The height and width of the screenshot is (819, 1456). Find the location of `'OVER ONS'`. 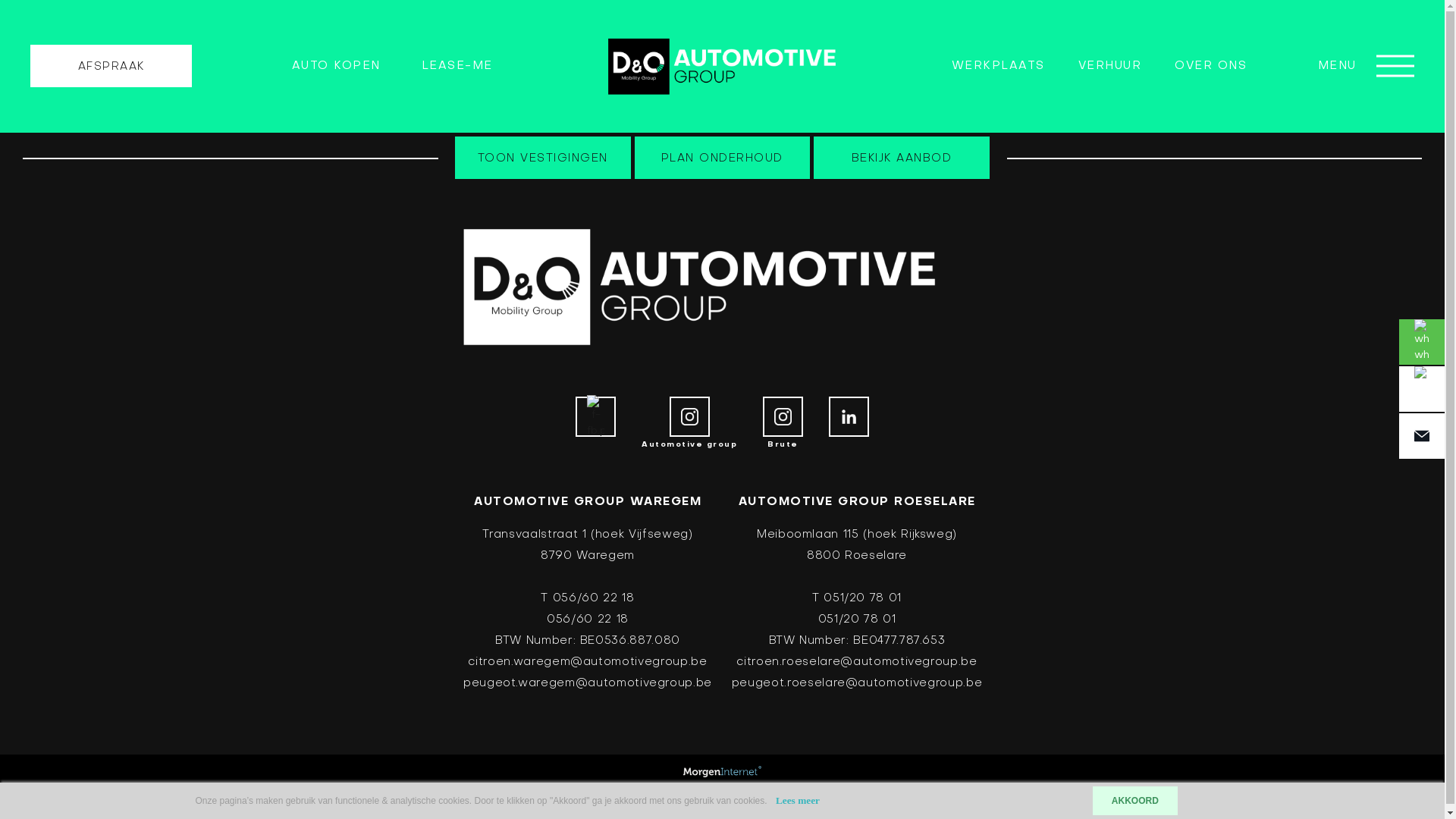

'OVER ONS' is located at coordinates (1210, 65).